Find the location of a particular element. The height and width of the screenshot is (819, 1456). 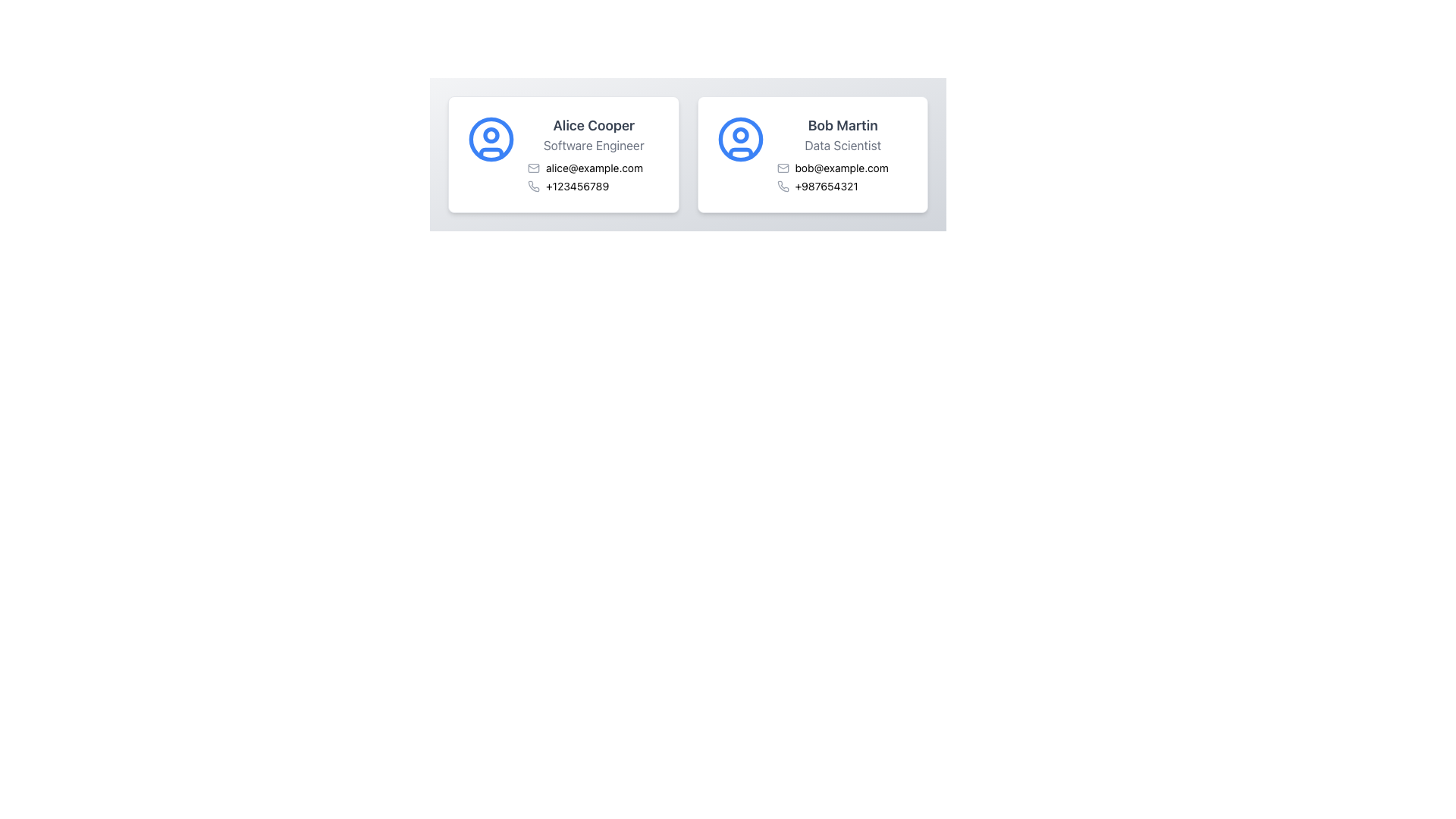

the decorative circular shape with a blue outline that is part of the user avatar icon for 'Alice Cooper', located in the top-left corner of the contact information card is located at coordinates (491, 140).